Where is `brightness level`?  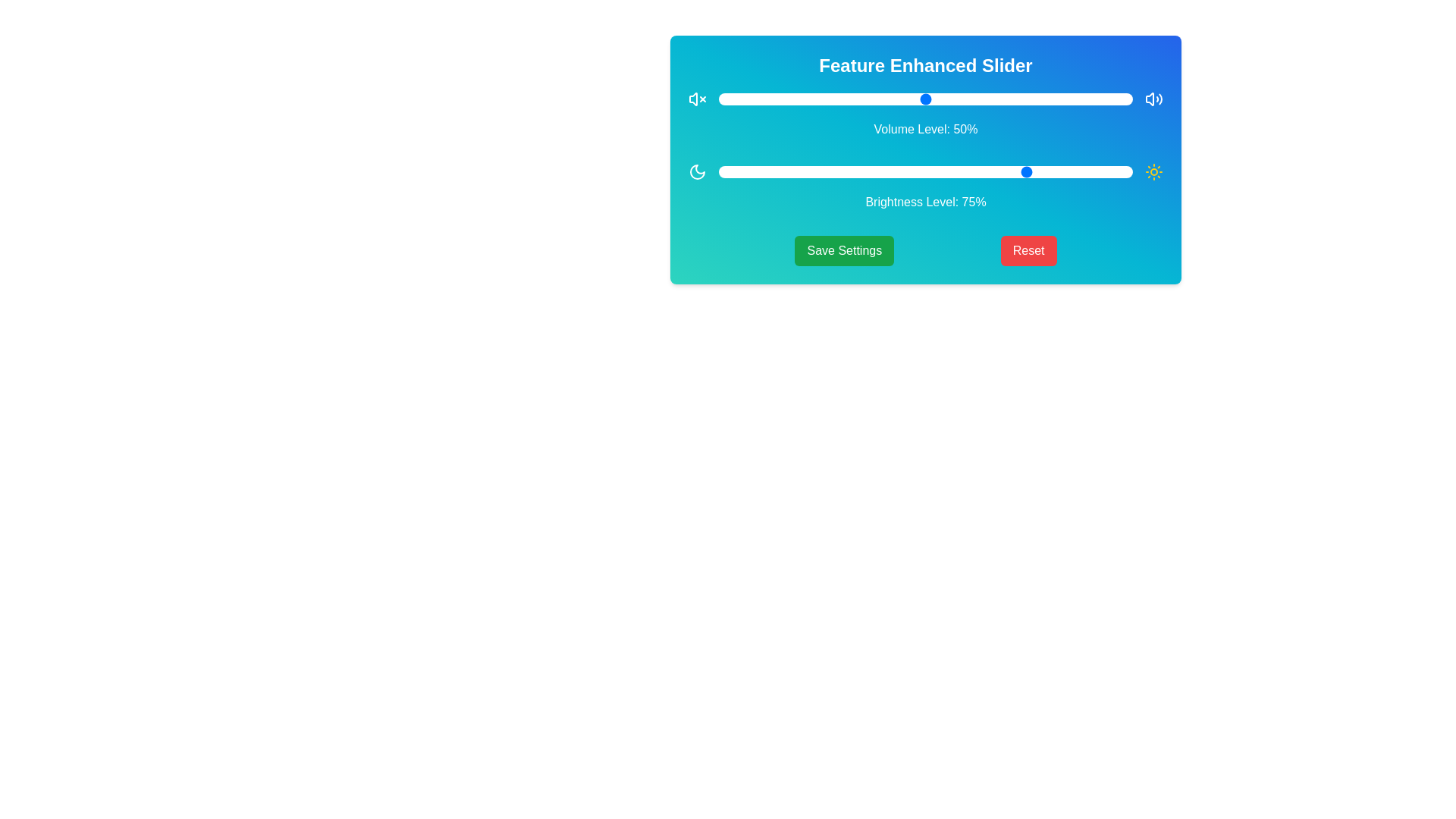
brightness level is located at coordinates (1074, 171).